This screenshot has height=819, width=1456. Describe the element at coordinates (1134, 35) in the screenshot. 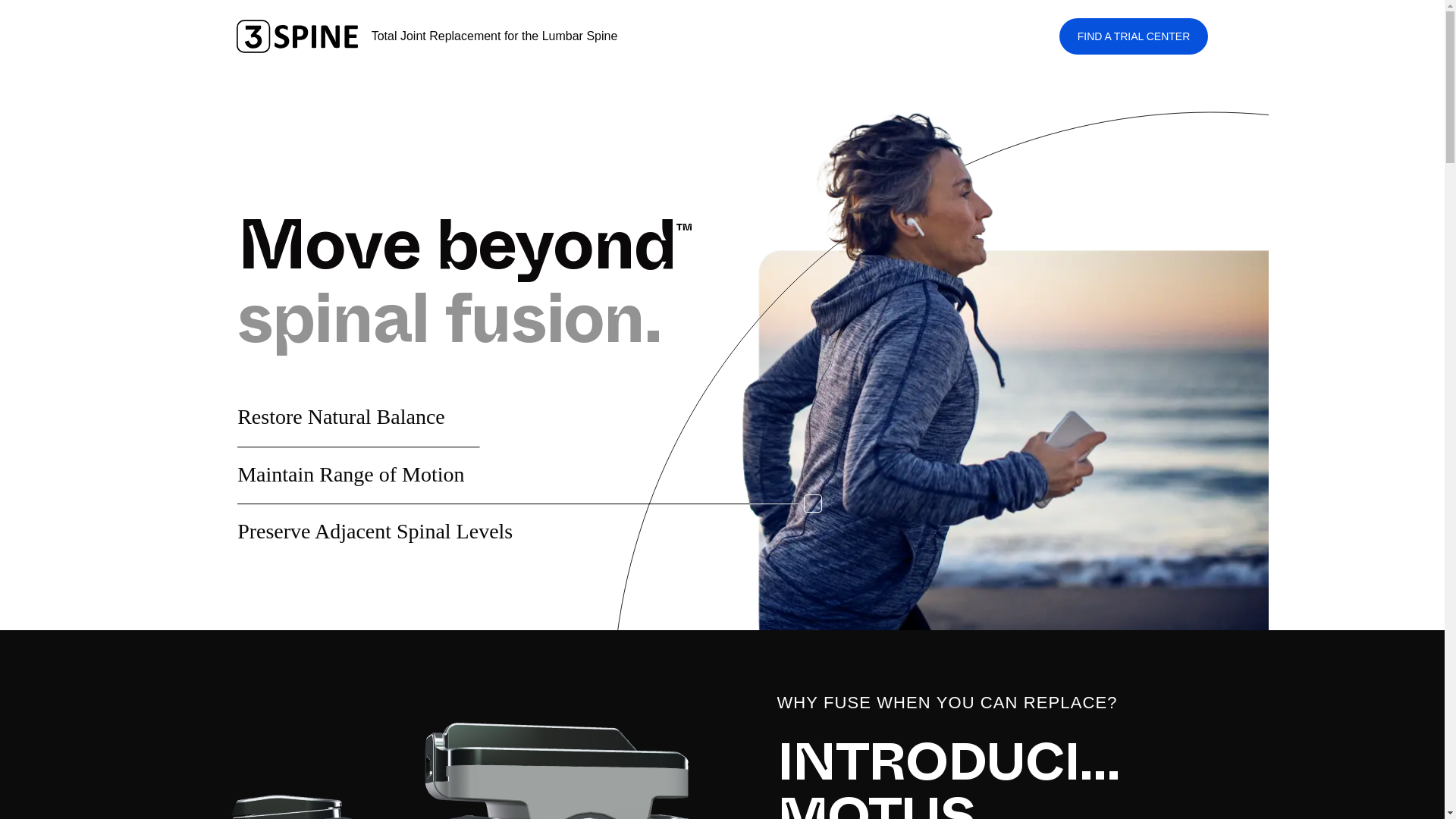

I see `'FIND A TRIAL CENTER'` at that location.